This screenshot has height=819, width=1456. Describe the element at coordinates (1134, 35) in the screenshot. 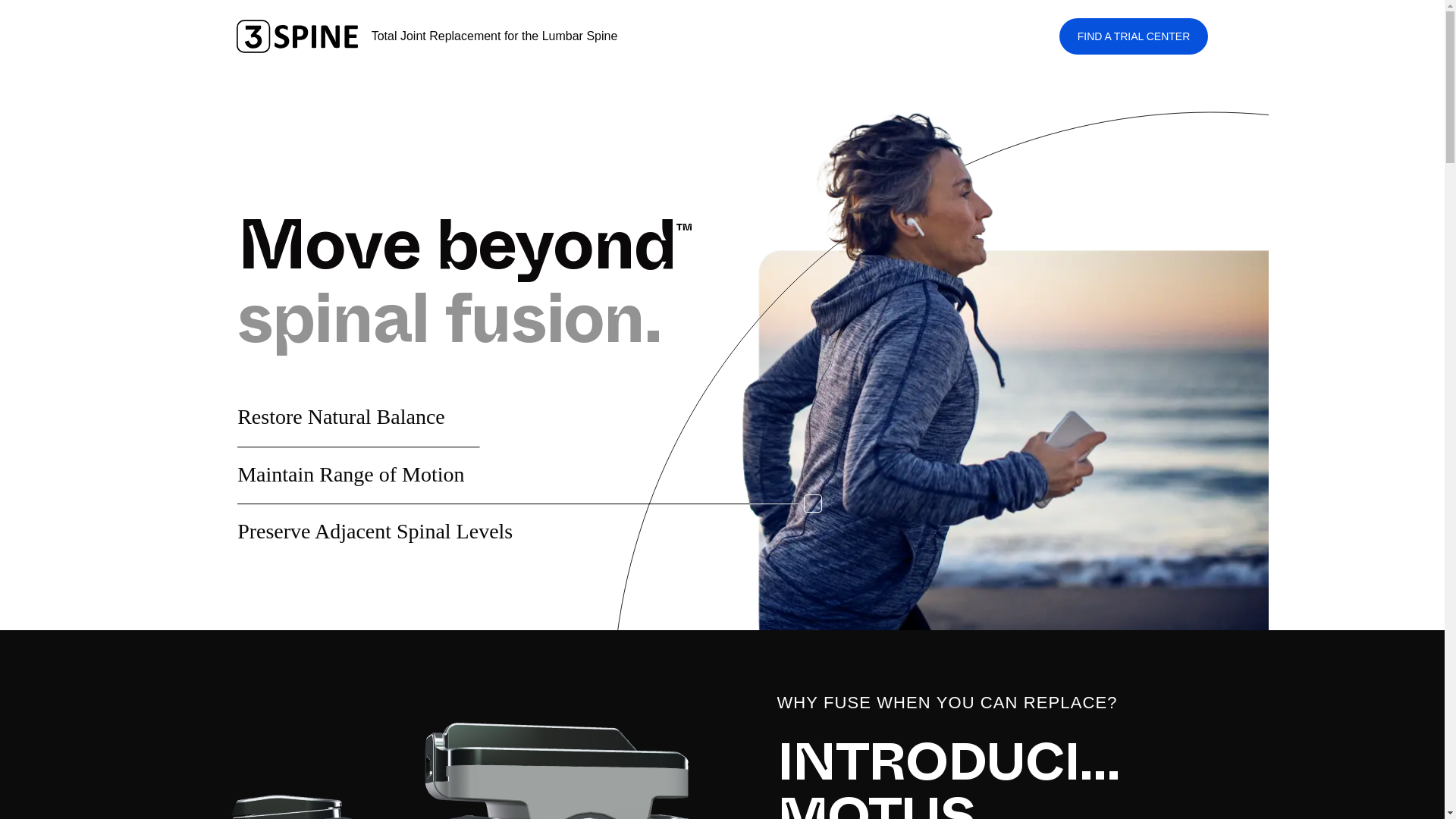

I see `'FIND A TRIAL CENTER'` at that location.